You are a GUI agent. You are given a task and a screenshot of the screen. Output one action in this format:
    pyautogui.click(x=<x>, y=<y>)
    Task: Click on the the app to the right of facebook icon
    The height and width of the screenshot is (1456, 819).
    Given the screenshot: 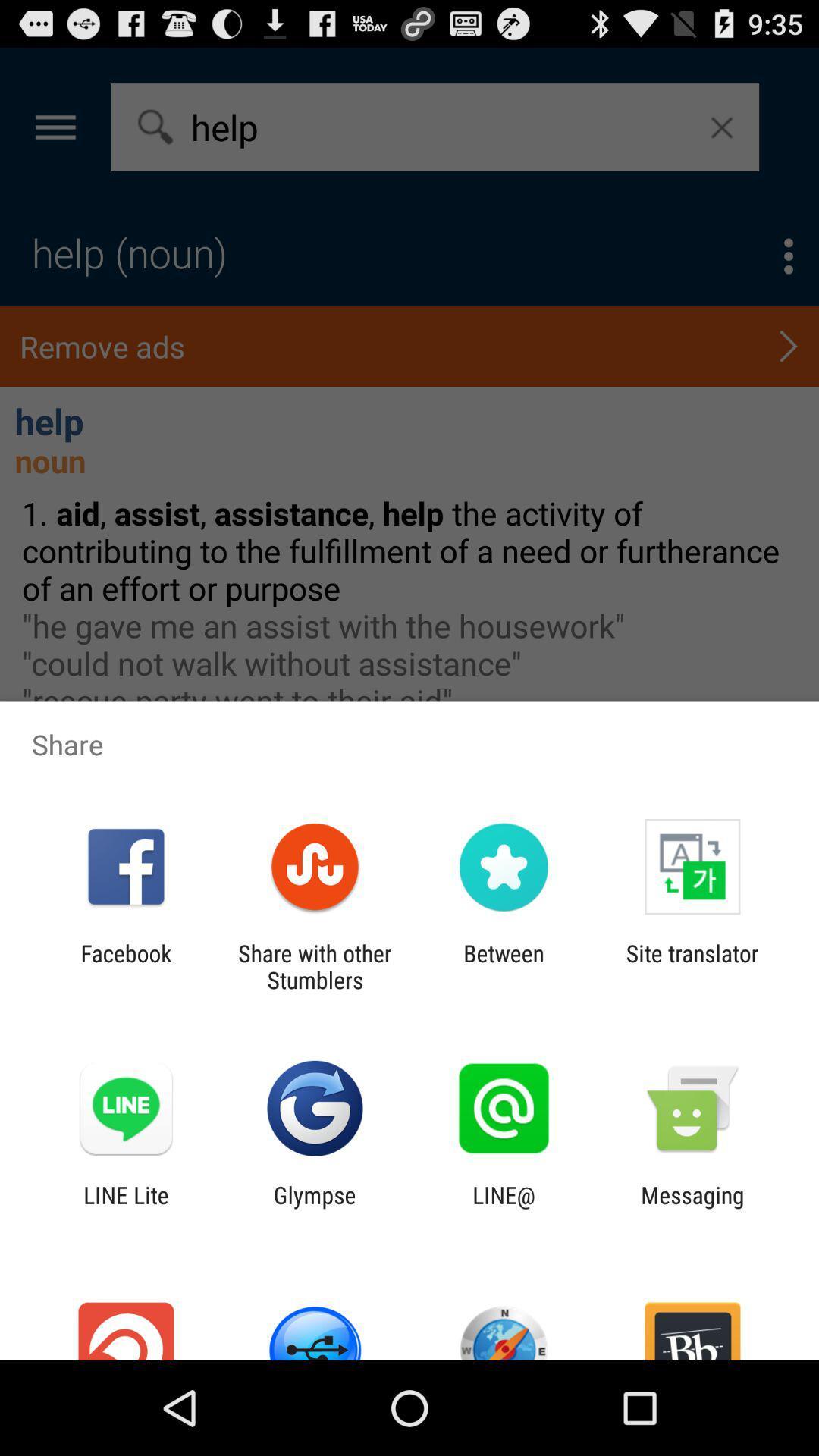 What is the action you would take?
    pyautogui.click(x=314, y=966)
    